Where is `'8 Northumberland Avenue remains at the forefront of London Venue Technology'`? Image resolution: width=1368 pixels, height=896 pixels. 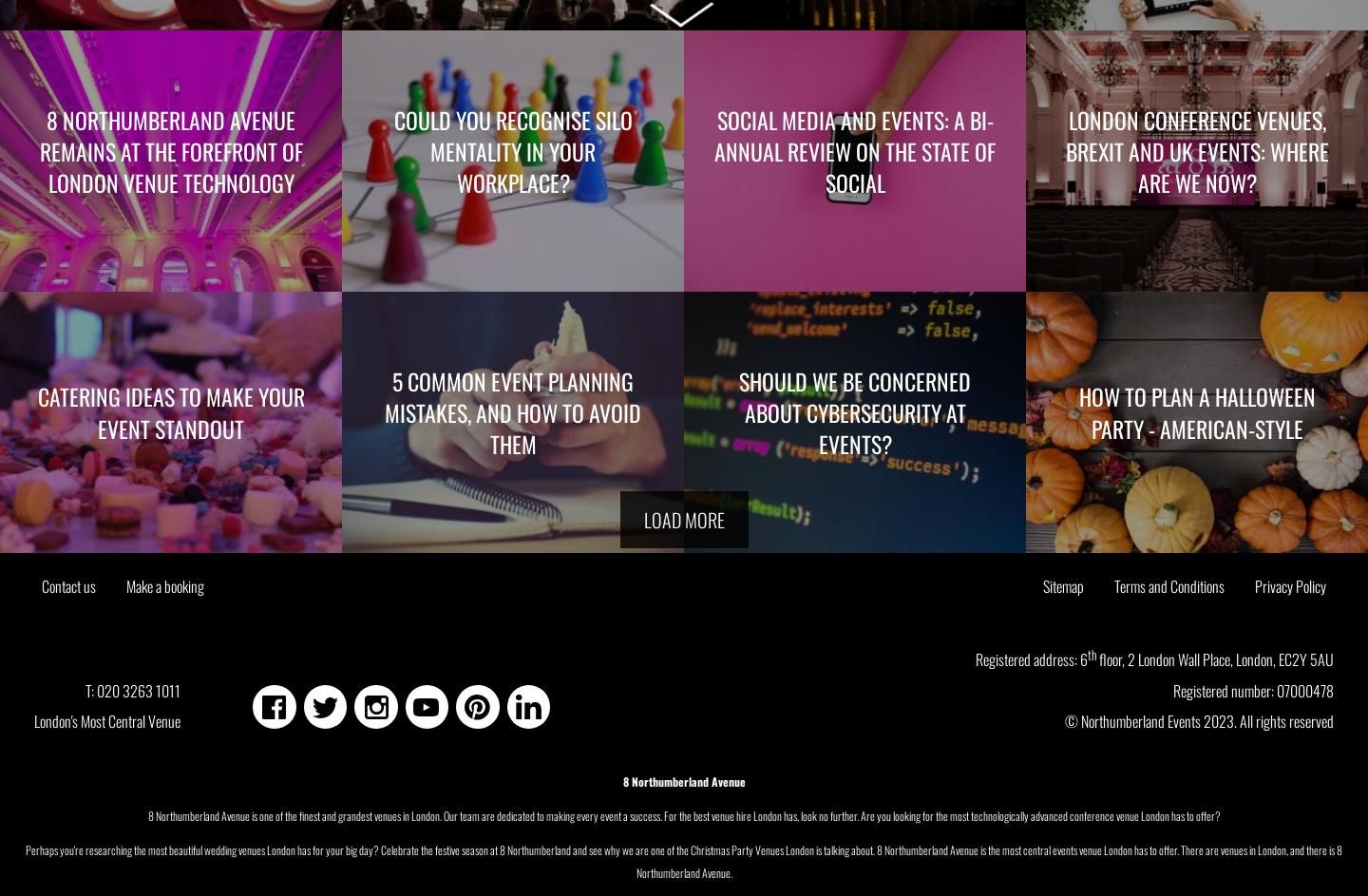
'8 Northumberland Avenue remains at the forefront of London Venue Technology' is located at coordinates (38, 149).